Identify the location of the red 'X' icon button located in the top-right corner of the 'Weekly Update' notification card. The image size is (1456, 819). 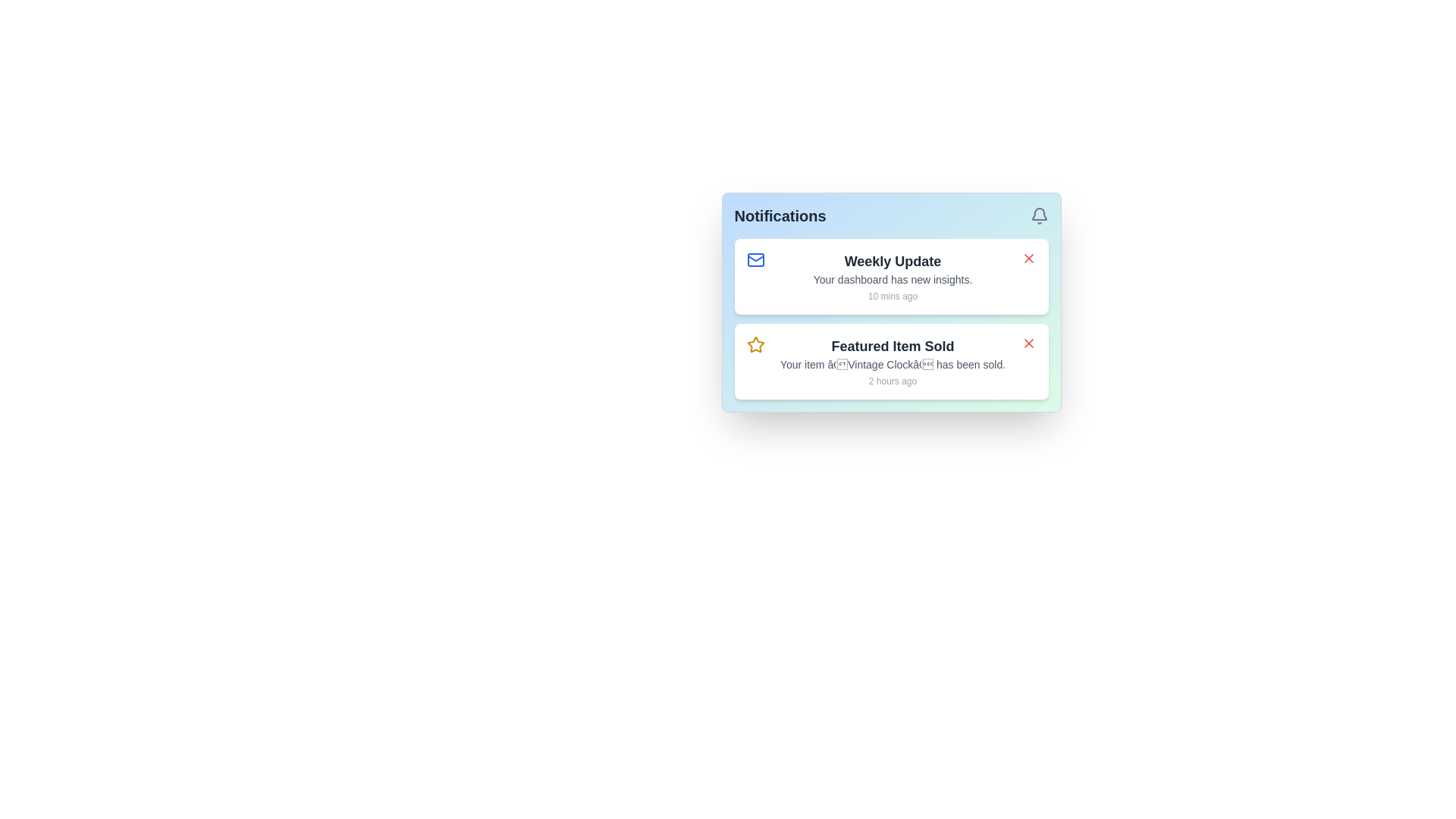
(1028, 257).